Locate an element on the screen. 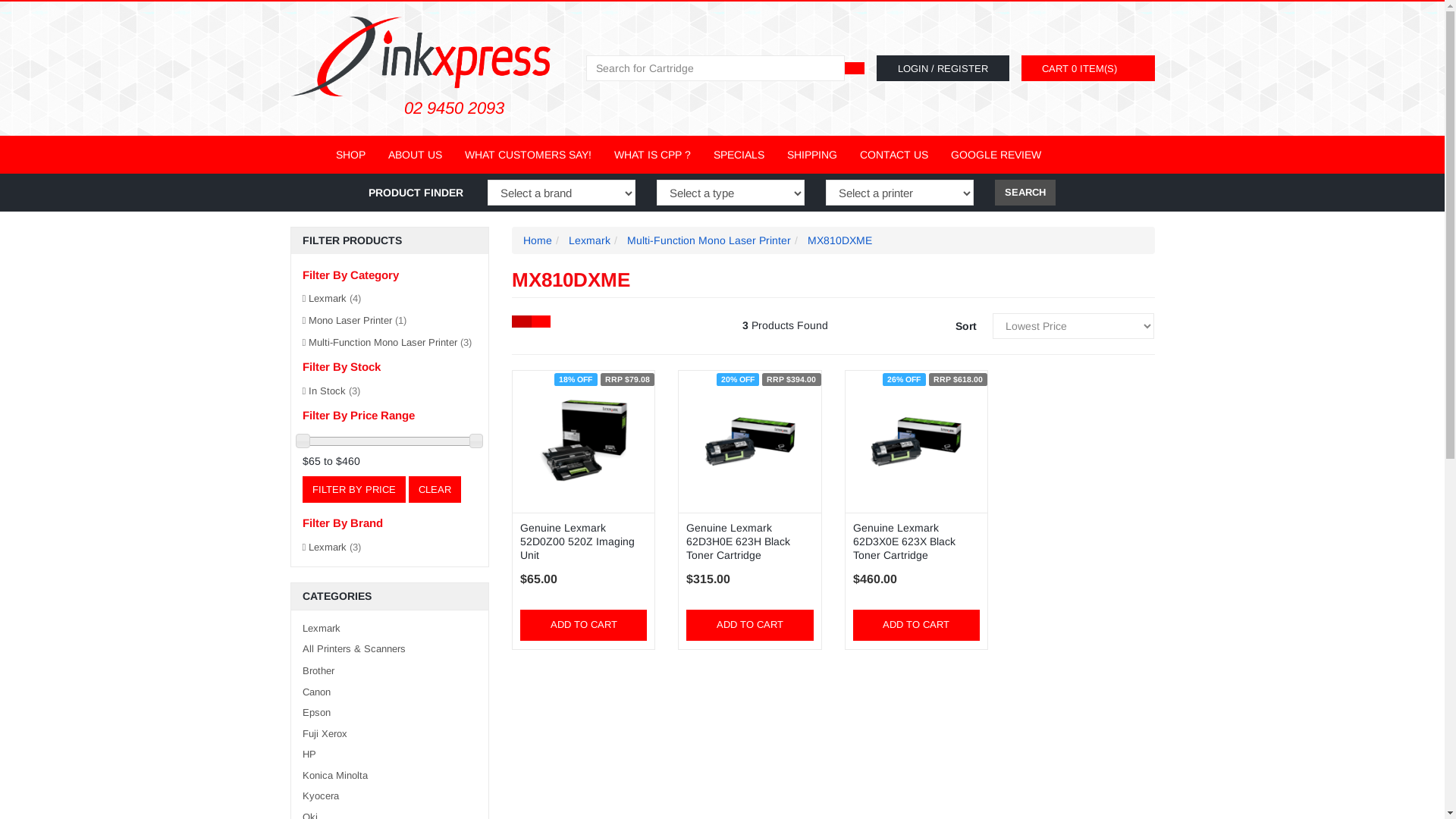 The image size is (1456, 819). 'Multi-Function Mono Laser Printer (3)' is located at coordinates (390, 343).